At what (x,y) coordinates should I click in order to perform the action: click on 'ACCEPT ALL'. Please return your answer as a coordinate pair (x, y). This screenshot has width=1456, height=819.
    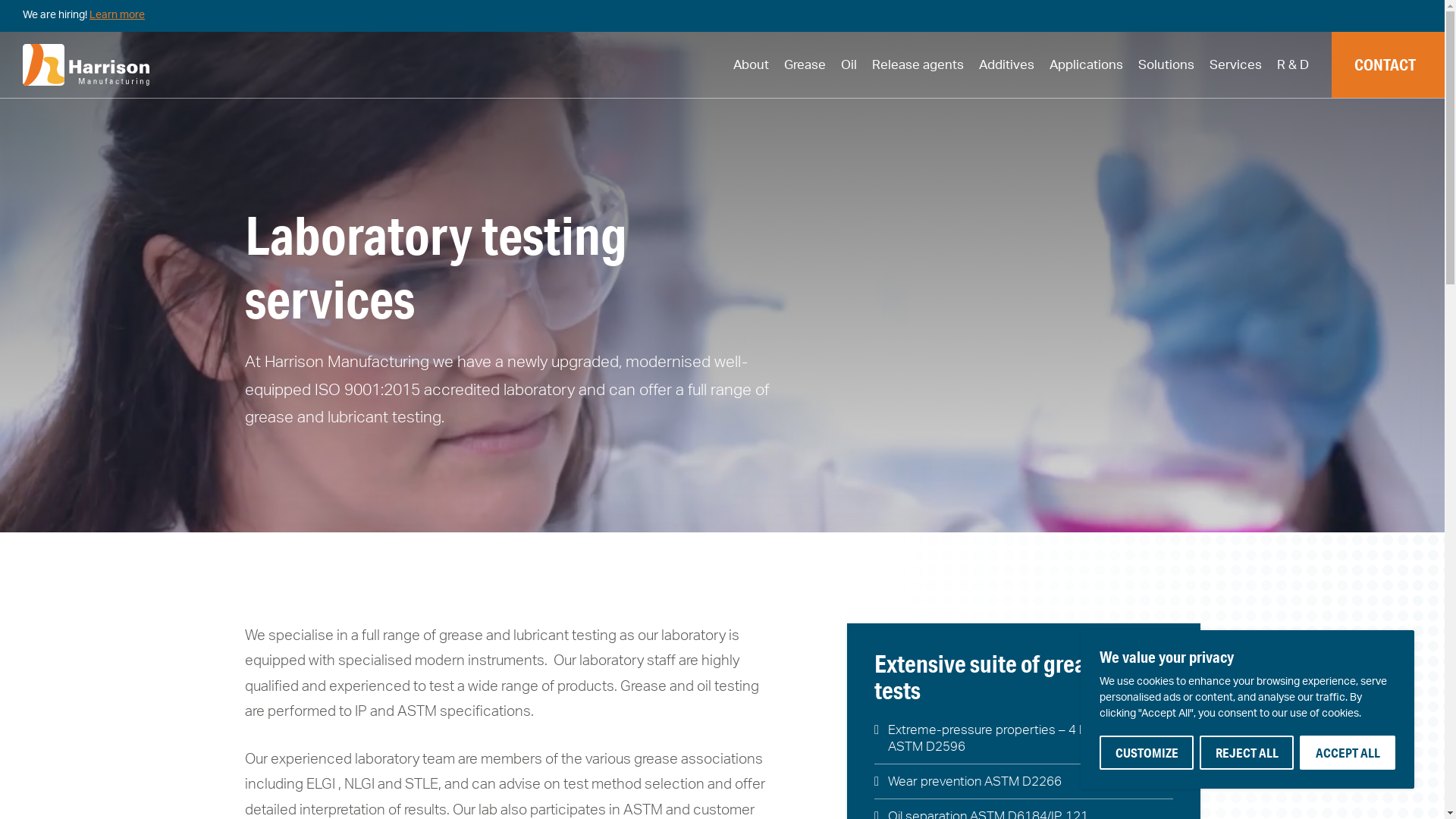
    Looking at the image, I should click on (1298, 752).